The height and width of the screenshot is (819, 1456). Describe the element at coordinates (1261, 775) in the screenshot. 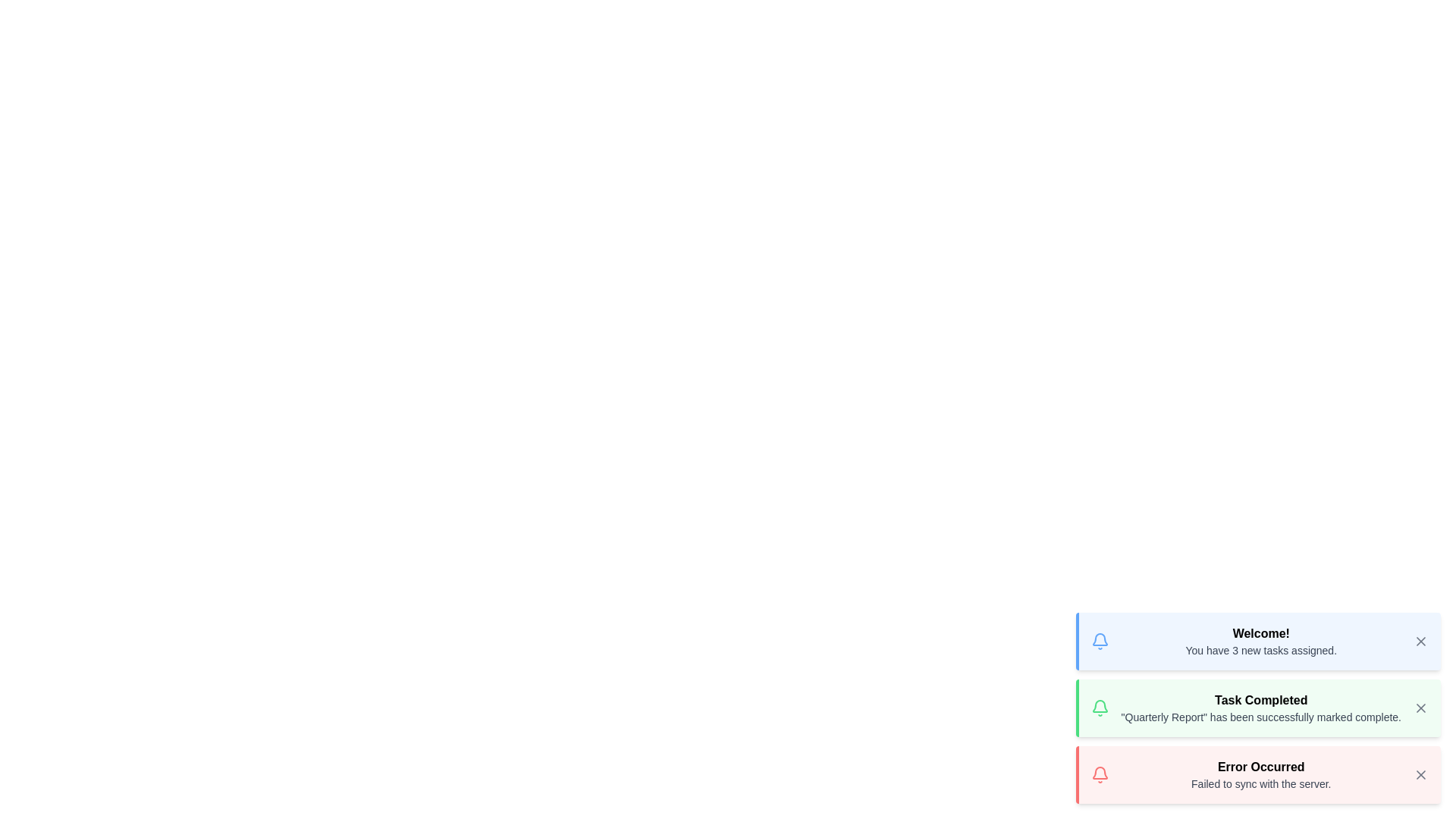

I see `the 'Error Occurred' text label, which displays a warning message about syncing issues with a light red background` at that location.